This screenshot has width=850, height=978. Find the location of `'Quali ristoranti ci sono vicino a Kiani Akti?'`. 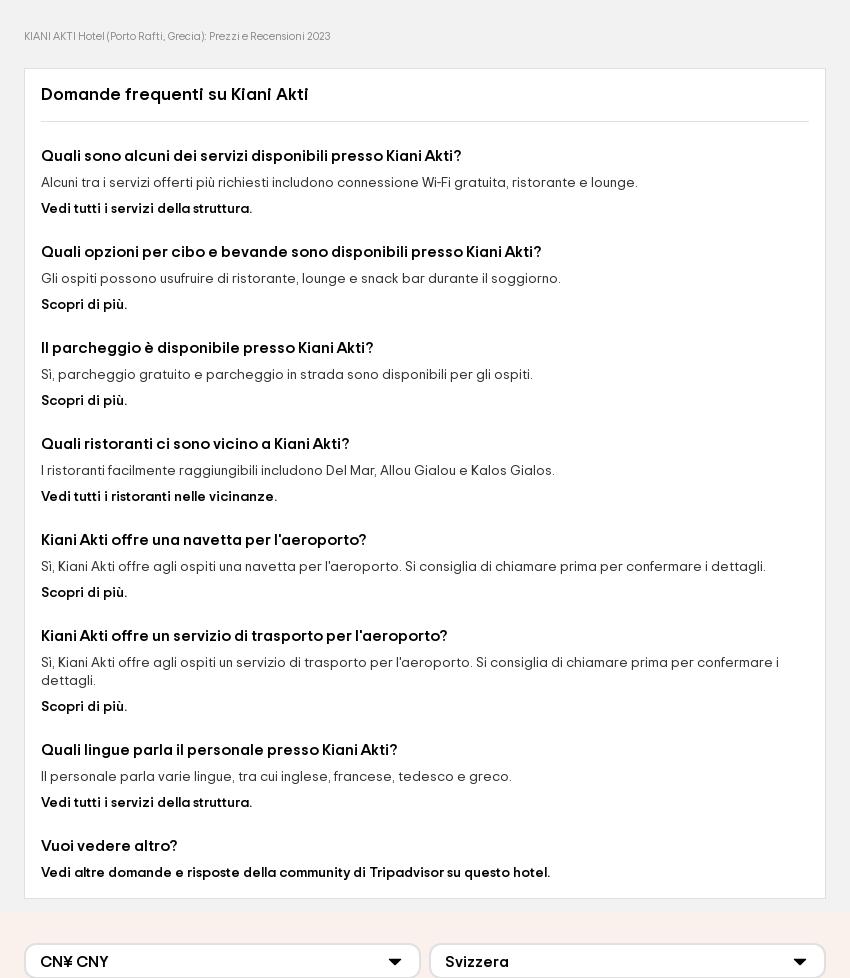

'Quali ristoranti ci sono vicino a Kiani Akti?' is located at coordinates (193, 443).